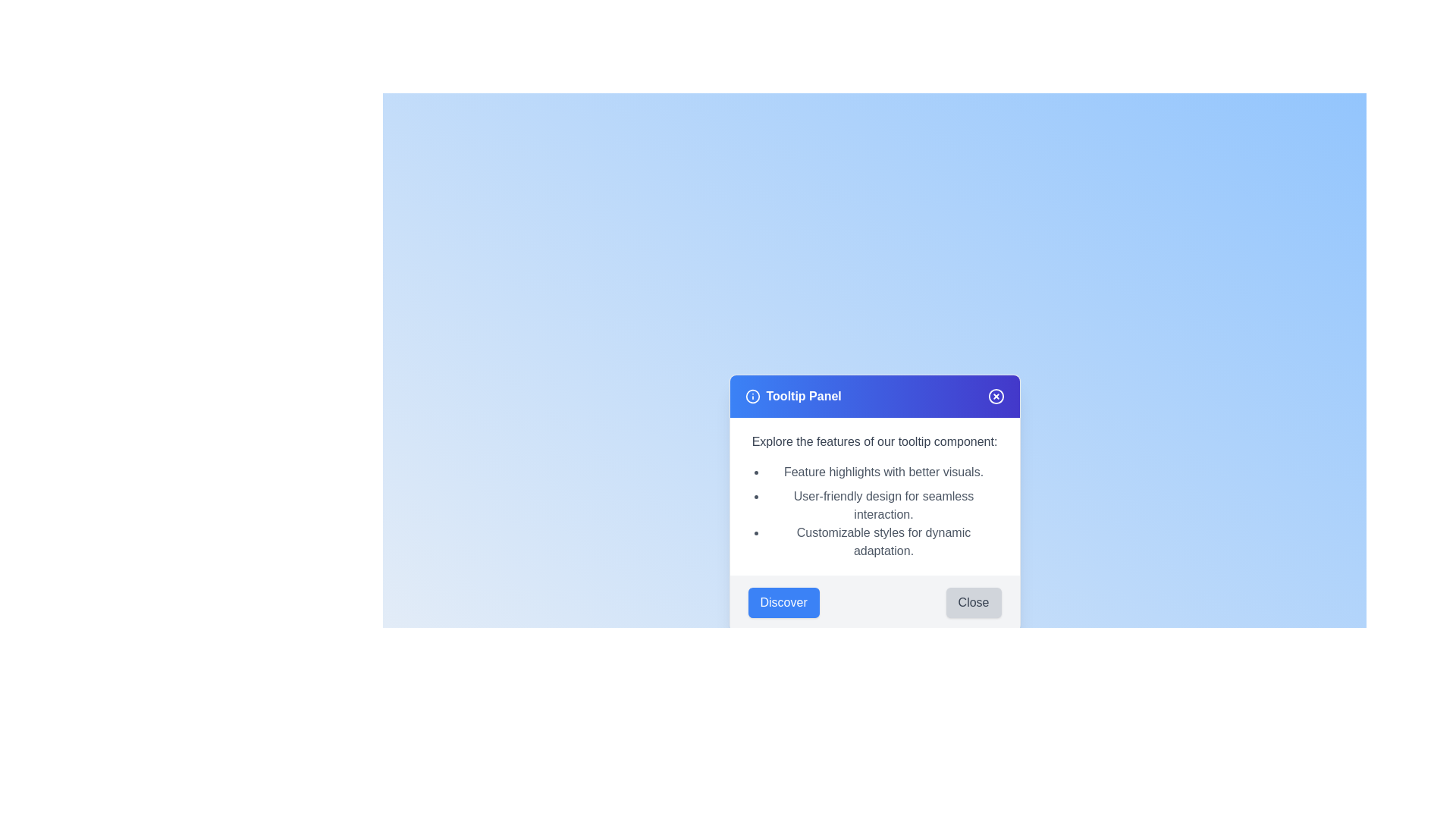 This screenshot has height=819, width=1456. What do you see at coordinates (883, 541) in the screenshot?
I see `the static text element that describes a feature of the component, located within the tooltip panel, specifically the third item in the bulleted list` at bounding box center [883, 541].